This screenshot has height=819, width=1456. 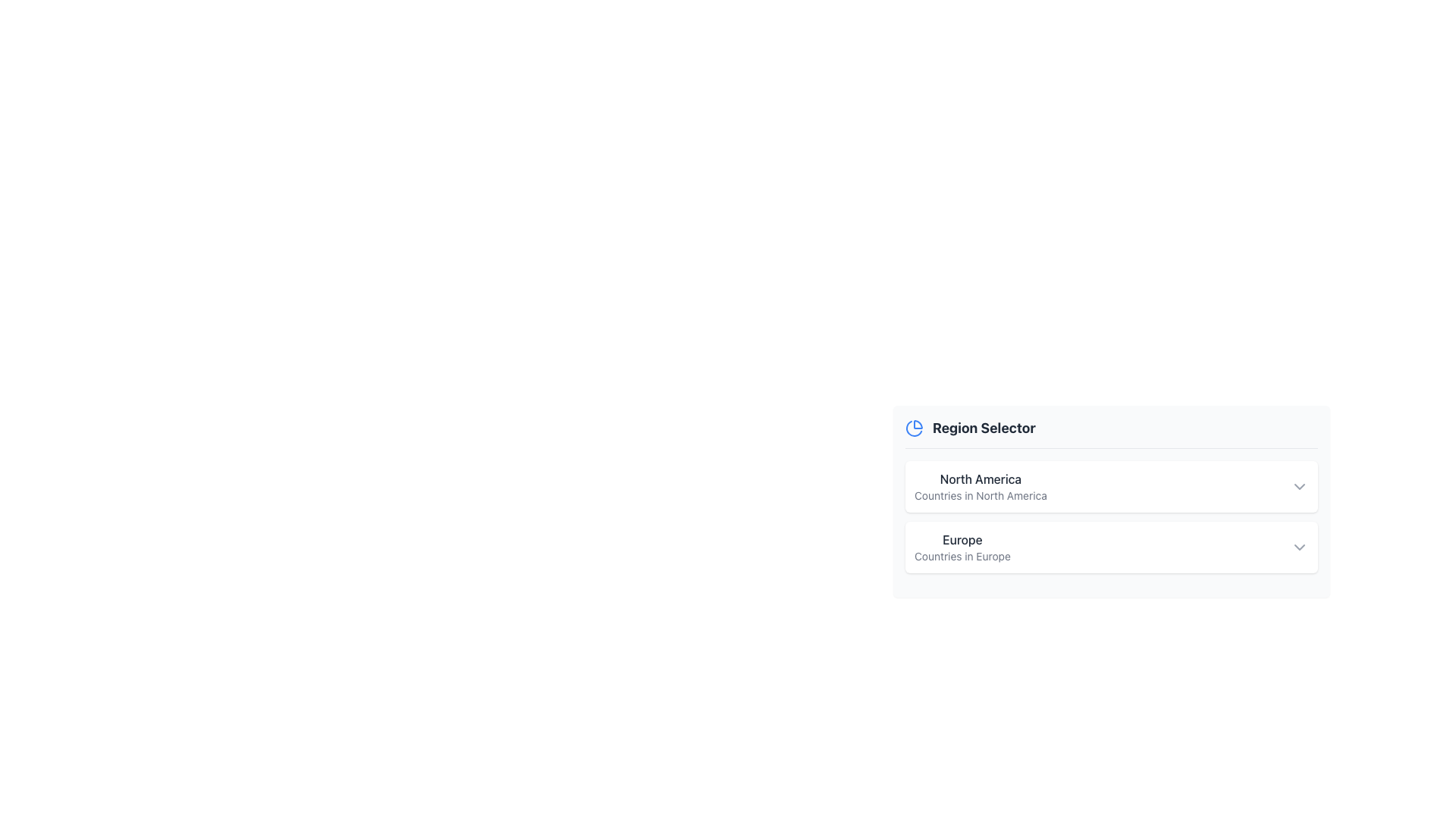 What do you see at coordinates (1298, 486) in the screenshot?
I see `the downward-facing chevron icon in the North America region selector box` at bounding box center [1298, 486].